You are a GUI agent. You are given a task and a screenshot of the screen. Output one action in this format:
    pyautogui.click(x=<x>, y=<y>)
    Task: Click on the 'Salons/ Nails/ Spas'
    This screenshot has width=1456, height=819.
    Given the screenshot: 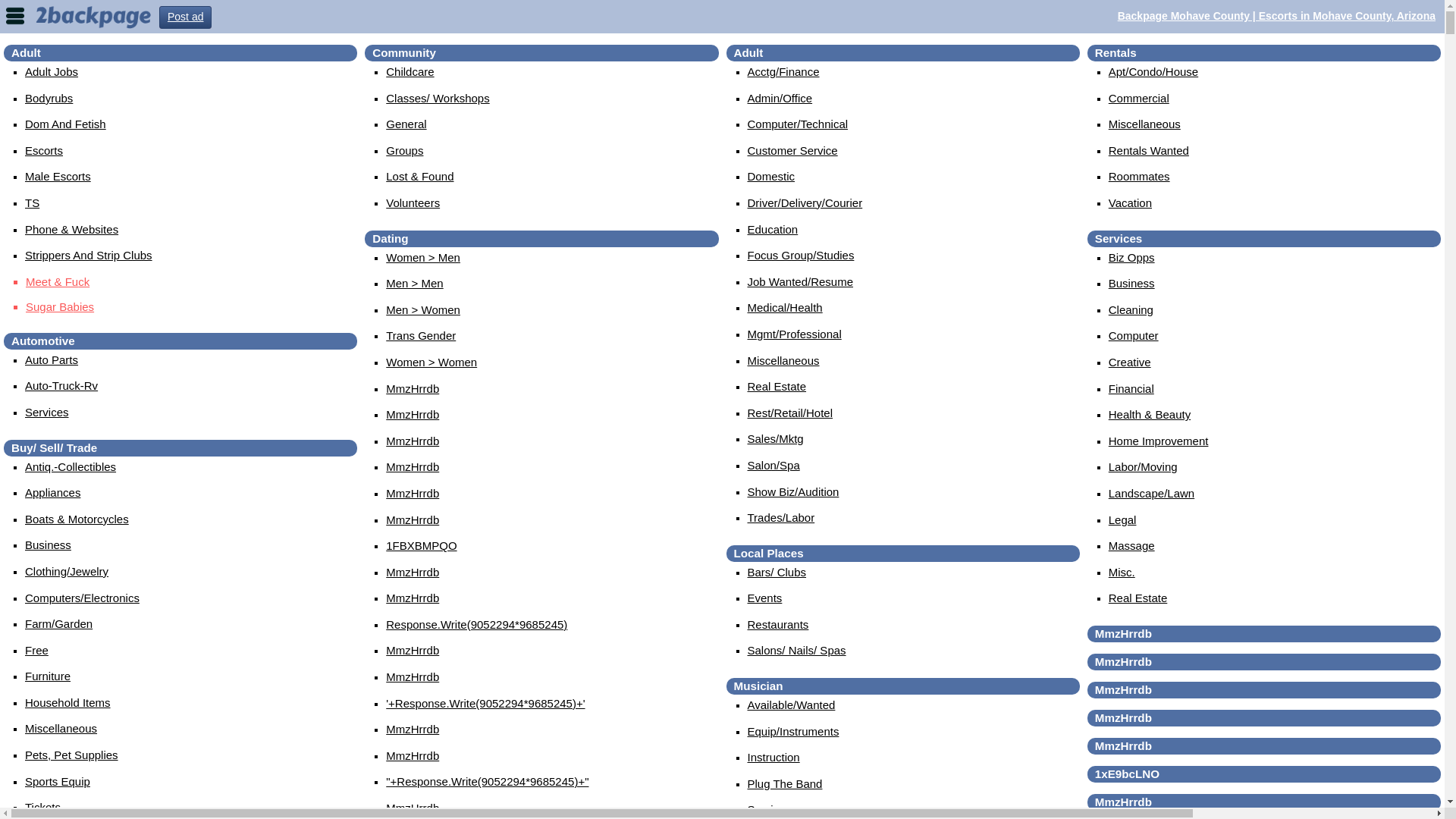 What is the action you would take?
    pyautogui.click(x=796, y=649)
    